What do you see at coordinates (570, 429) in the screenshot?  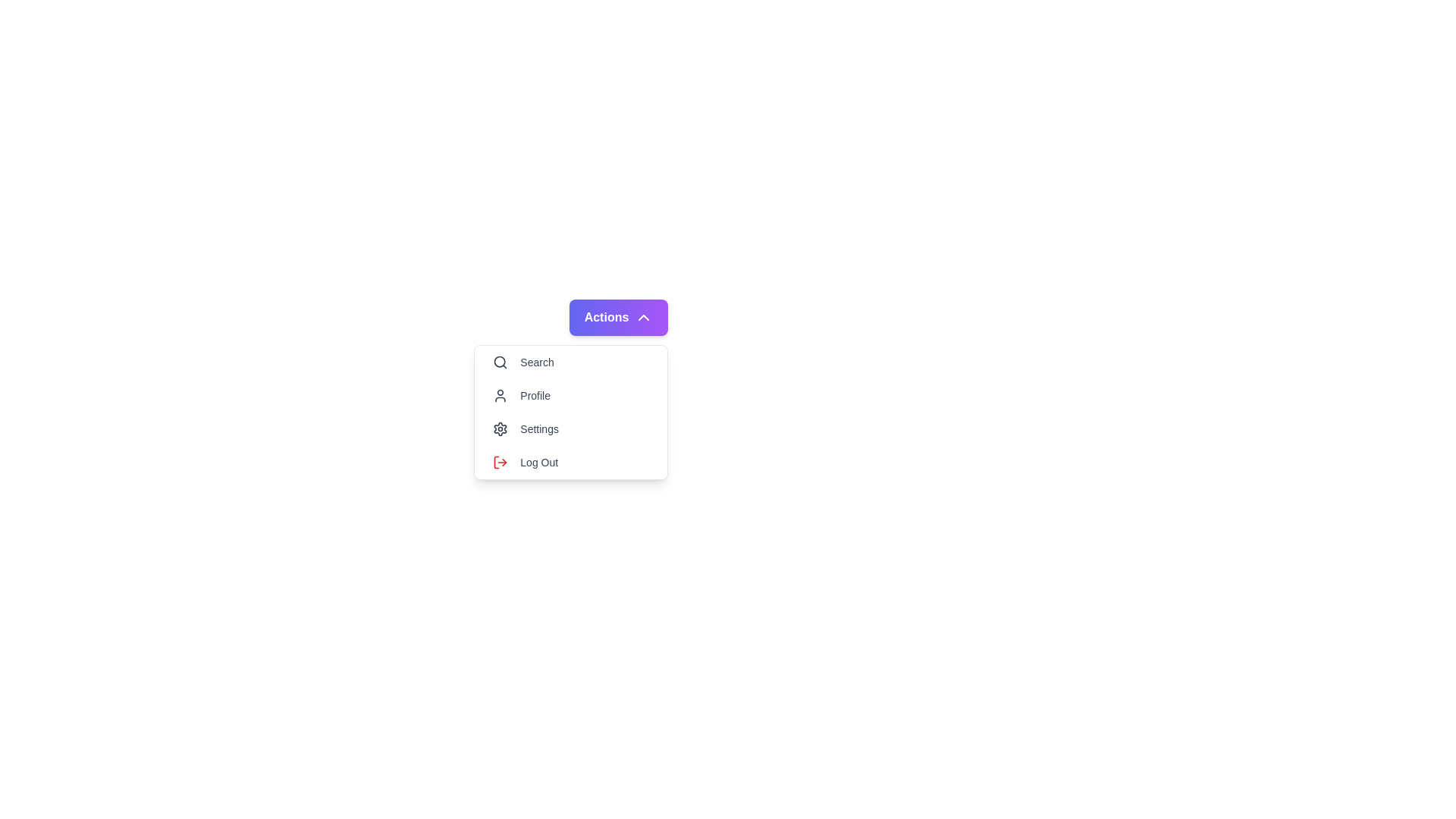 I see `the 'Settings' menu item, which is the third item in the dropdown menu` at bounding box center [570, 429].